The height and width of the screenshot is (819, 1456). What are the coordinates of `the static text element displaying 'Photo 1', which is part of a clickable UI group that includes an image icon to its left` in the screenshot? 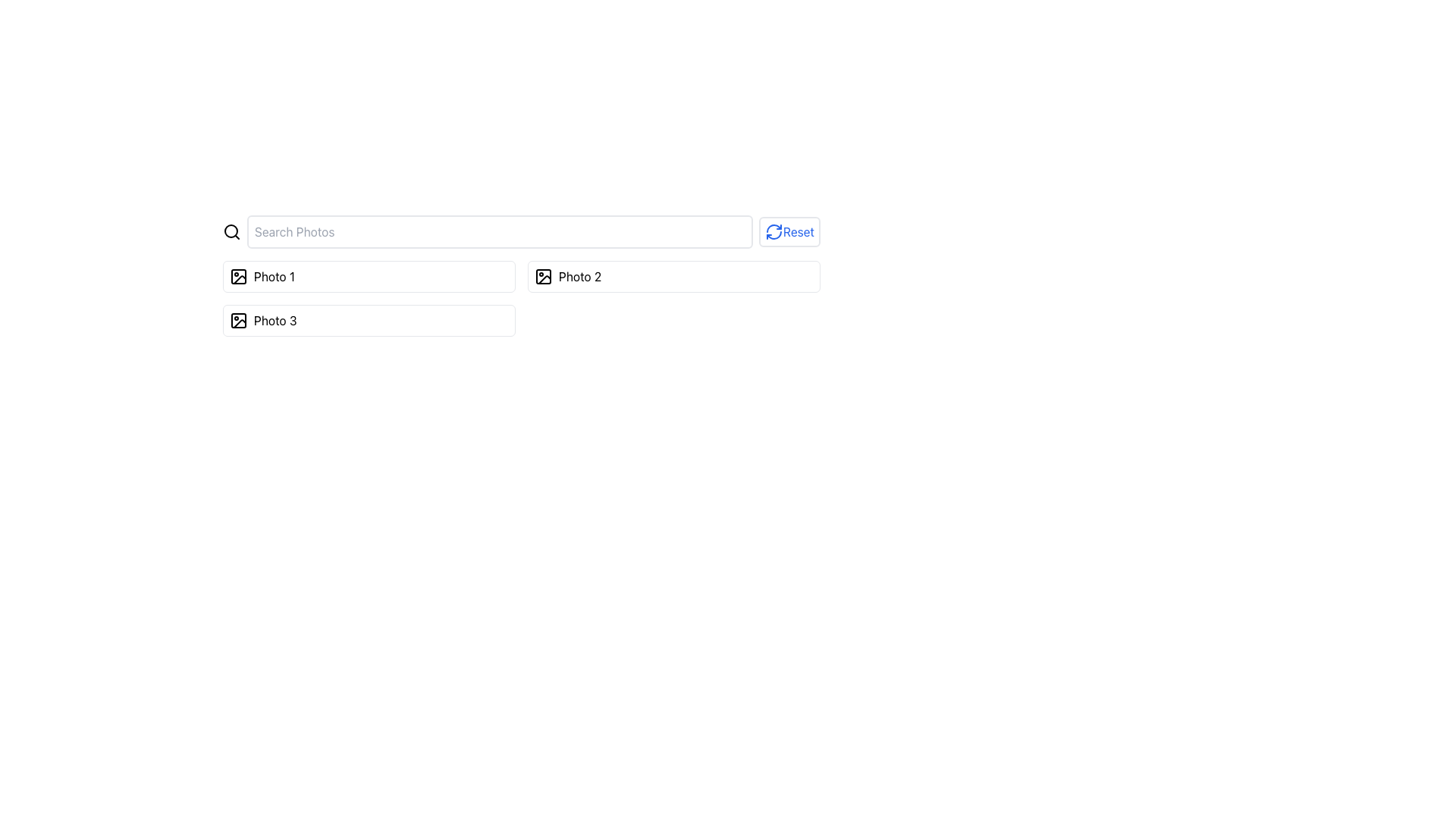 It's located at (274, 277).